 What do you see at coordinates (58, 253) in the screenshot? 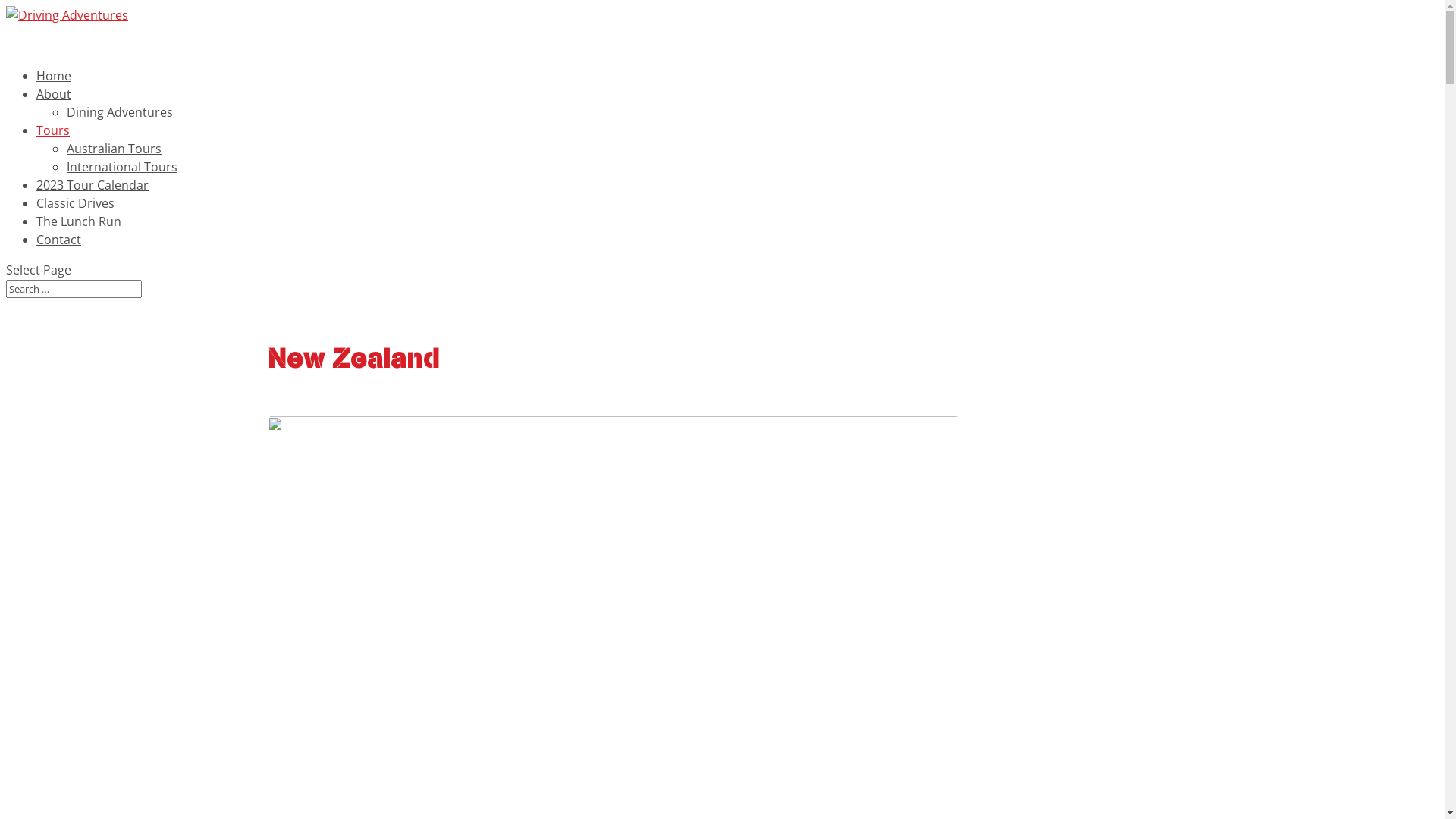
I see `'Contact'` at bounding box center [58, 253].